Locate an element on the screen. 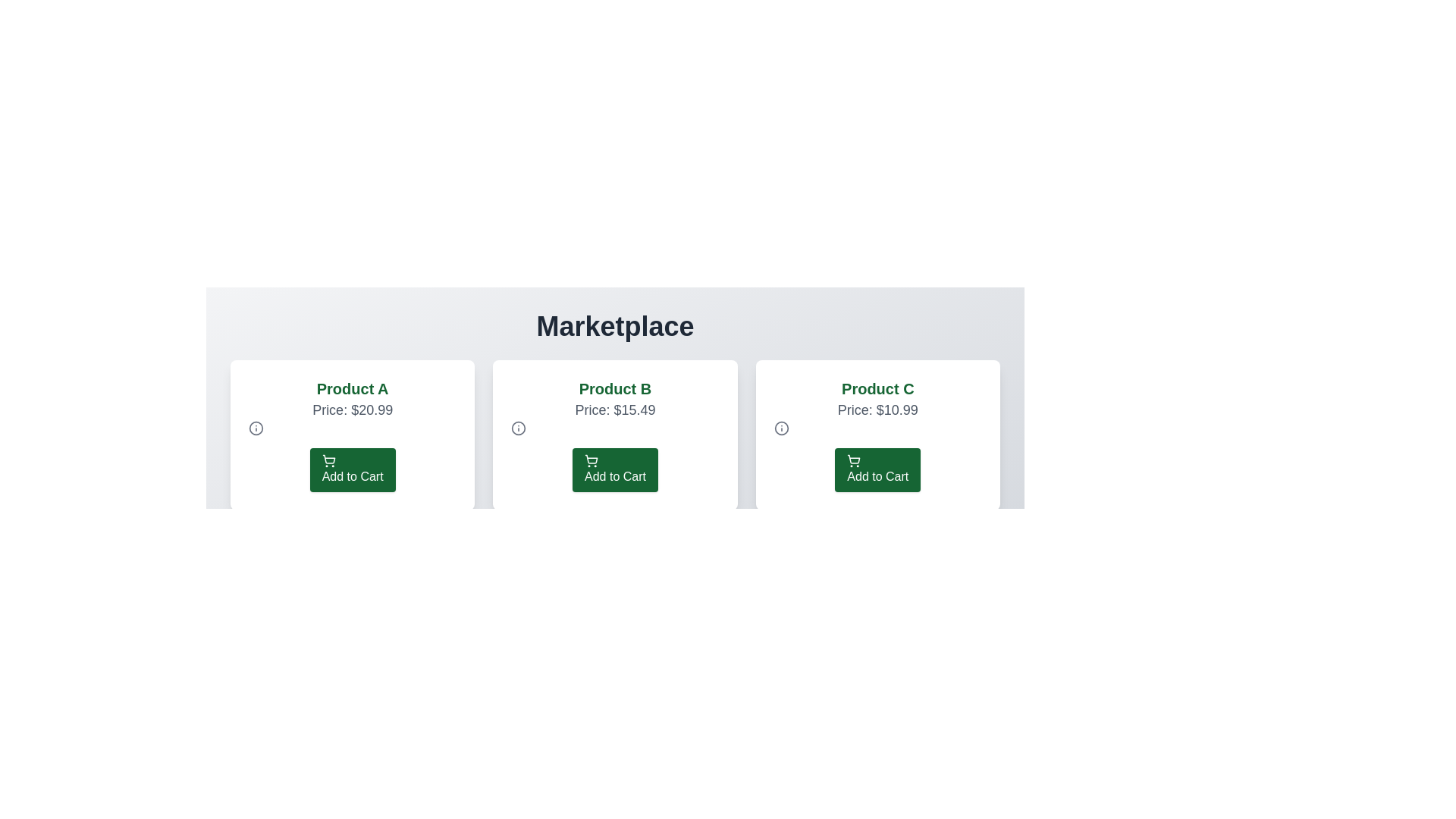 The image size is (1456, 819). the 'Add to Cart' button for 'Product C' located at the bottom of its card by navigating the keyboard to it is located at coordinates (877, 469).